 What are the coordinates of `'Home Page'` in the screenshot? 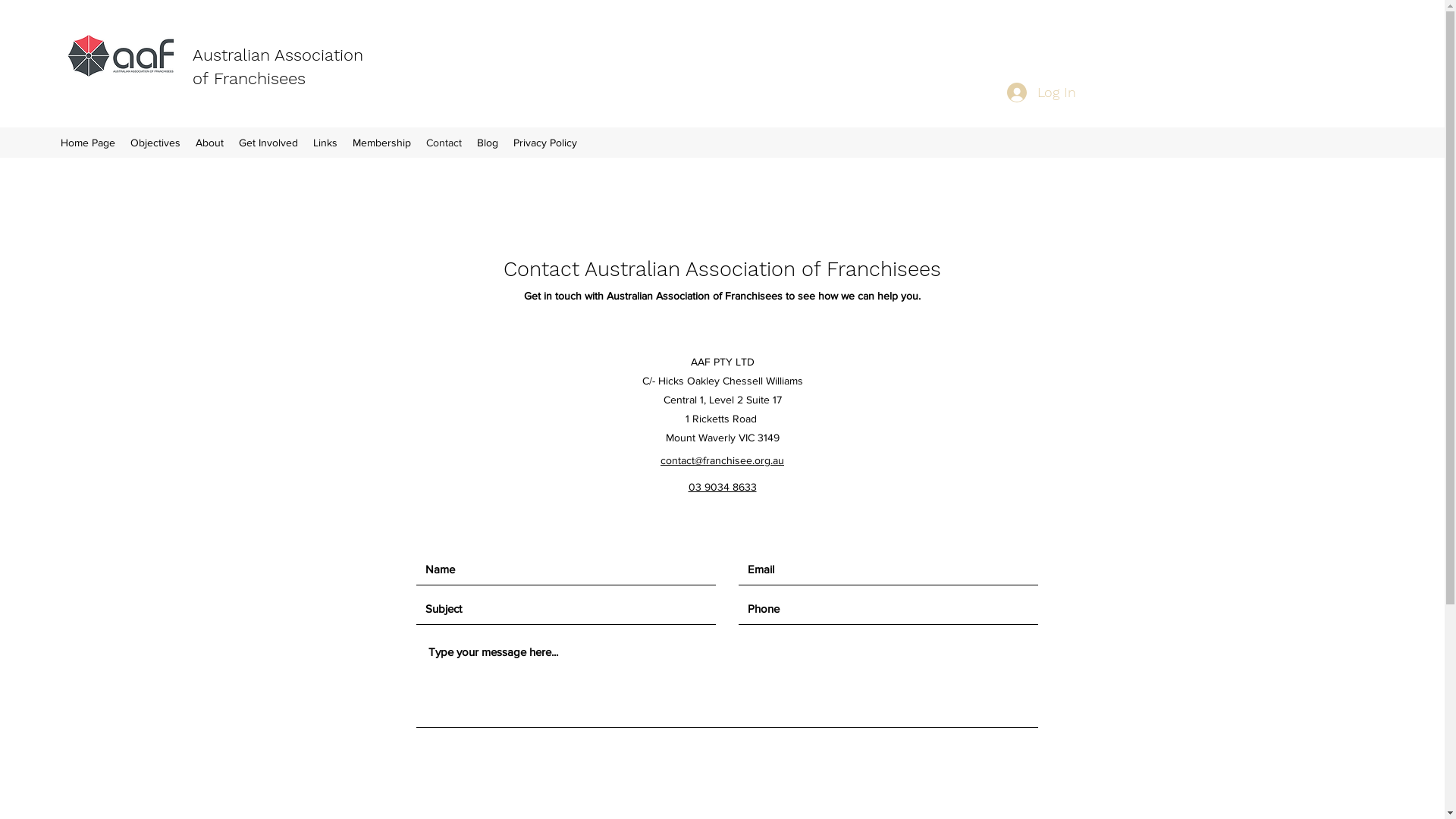 It's located at (53, 143).